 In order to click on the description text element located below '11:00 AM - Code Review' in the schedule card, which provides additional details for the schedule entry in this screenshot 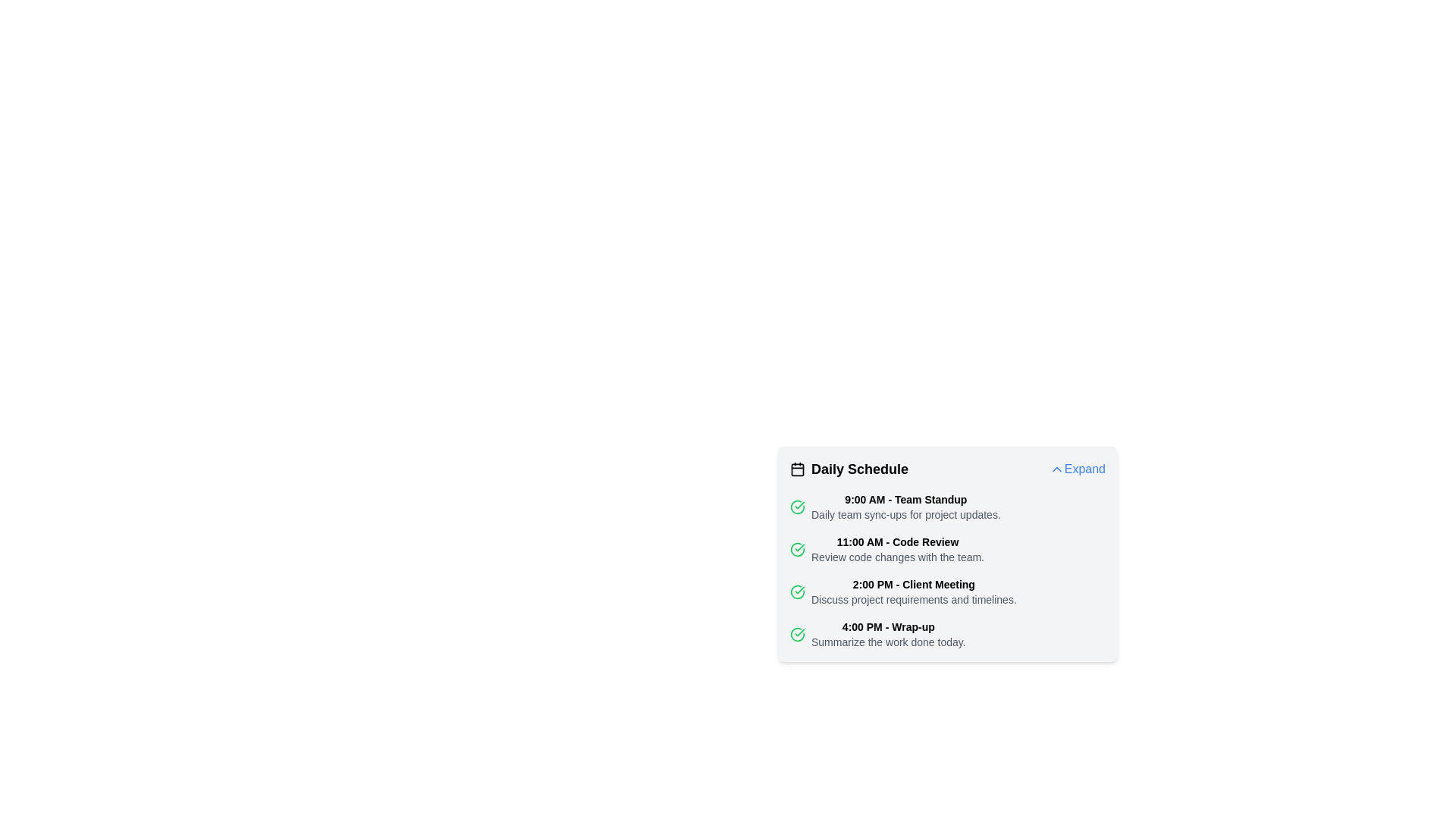, I will do `click(898, 557)`.